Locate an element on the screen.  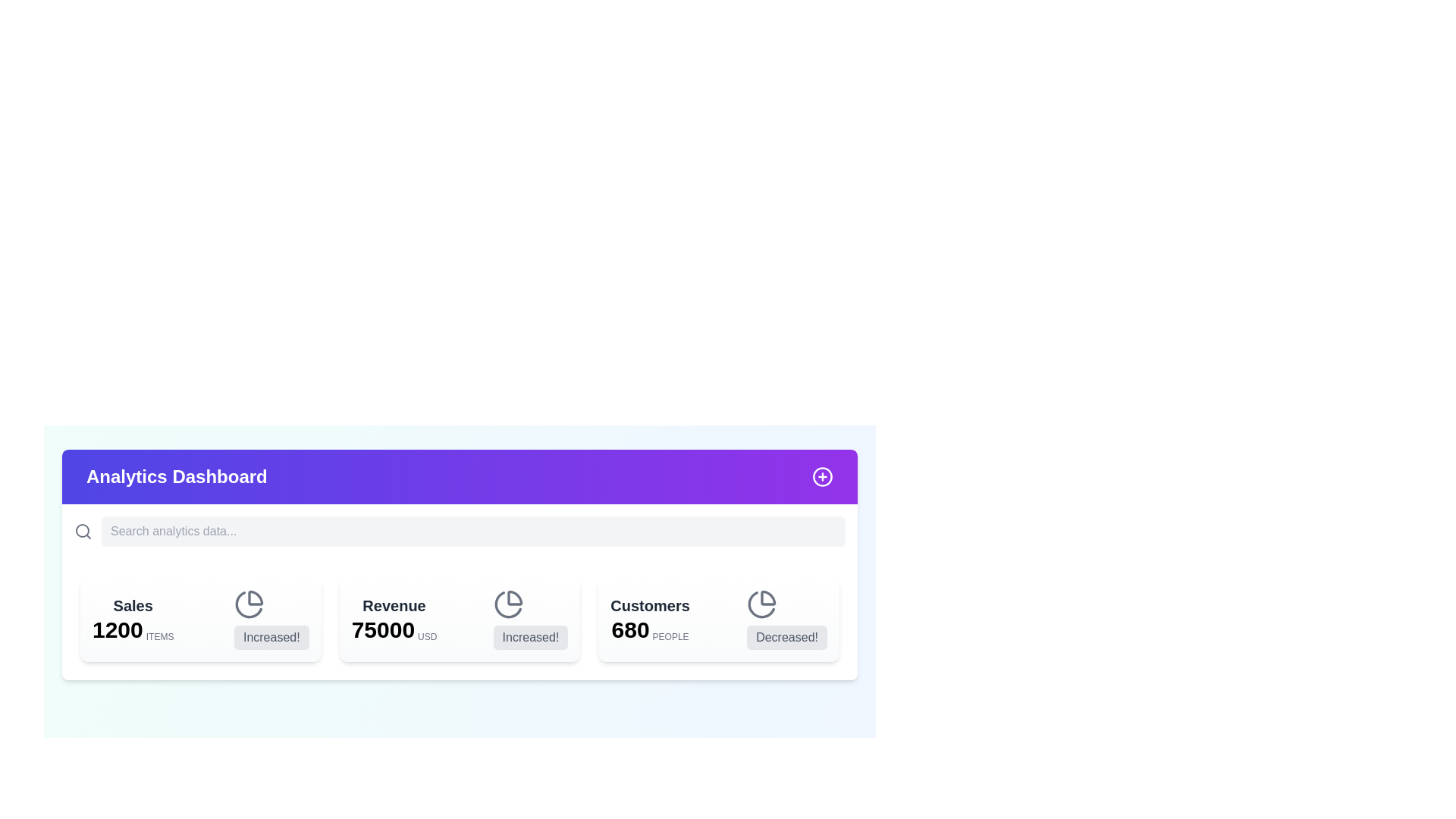
the static text display that shows the value '75000' in bold, large black text, located between the title 'Revenue' and the currency indicator 'USD' is located at coordinates (383, 629).